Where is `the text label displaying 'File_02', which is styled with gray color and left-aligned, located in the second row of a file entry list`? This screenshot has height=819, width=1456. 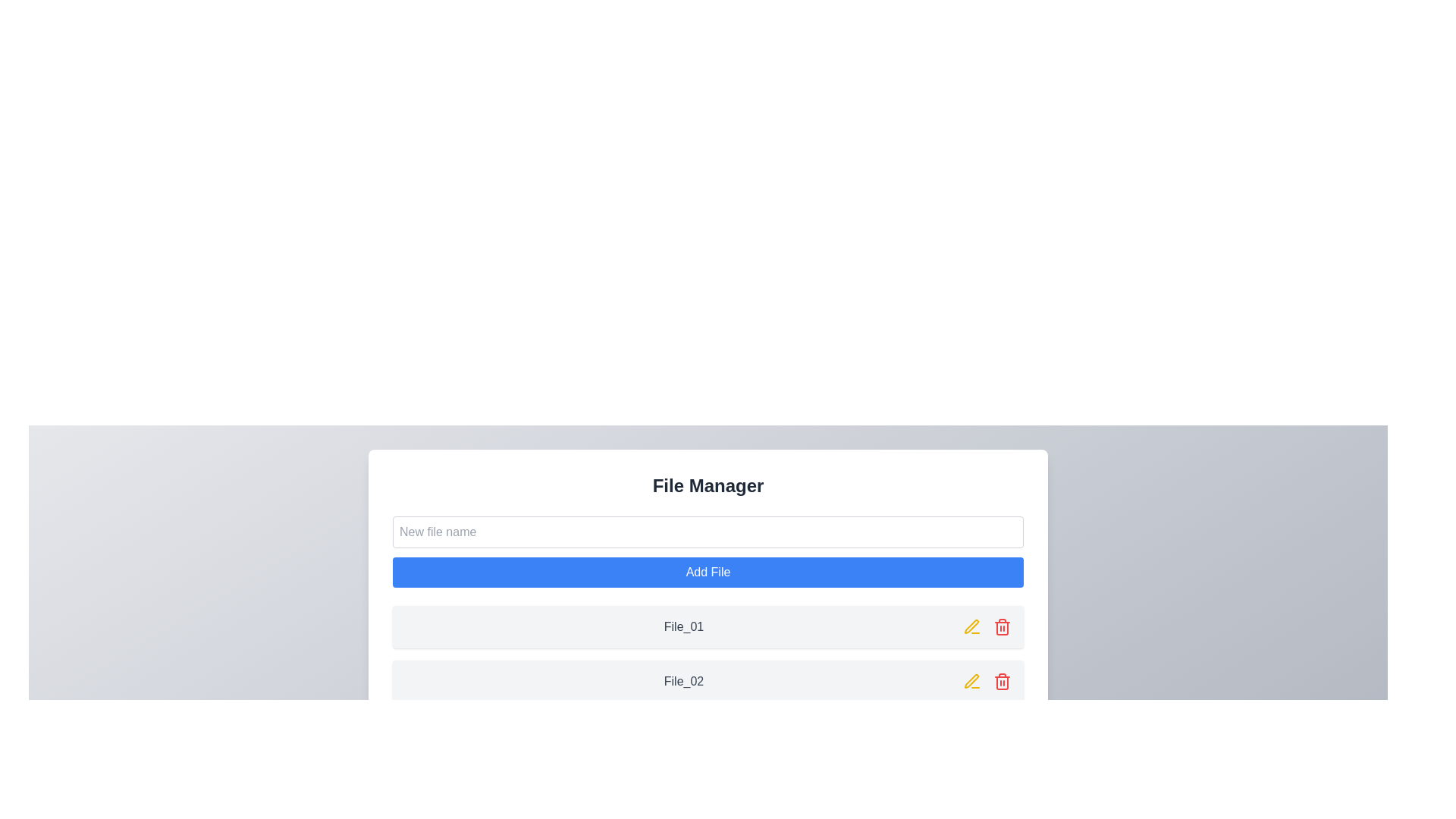
the text label displaying 'File_02', which is styled with gray color and left-aligned, located in the second row of a file entry list is located at coordinates (683, 680).